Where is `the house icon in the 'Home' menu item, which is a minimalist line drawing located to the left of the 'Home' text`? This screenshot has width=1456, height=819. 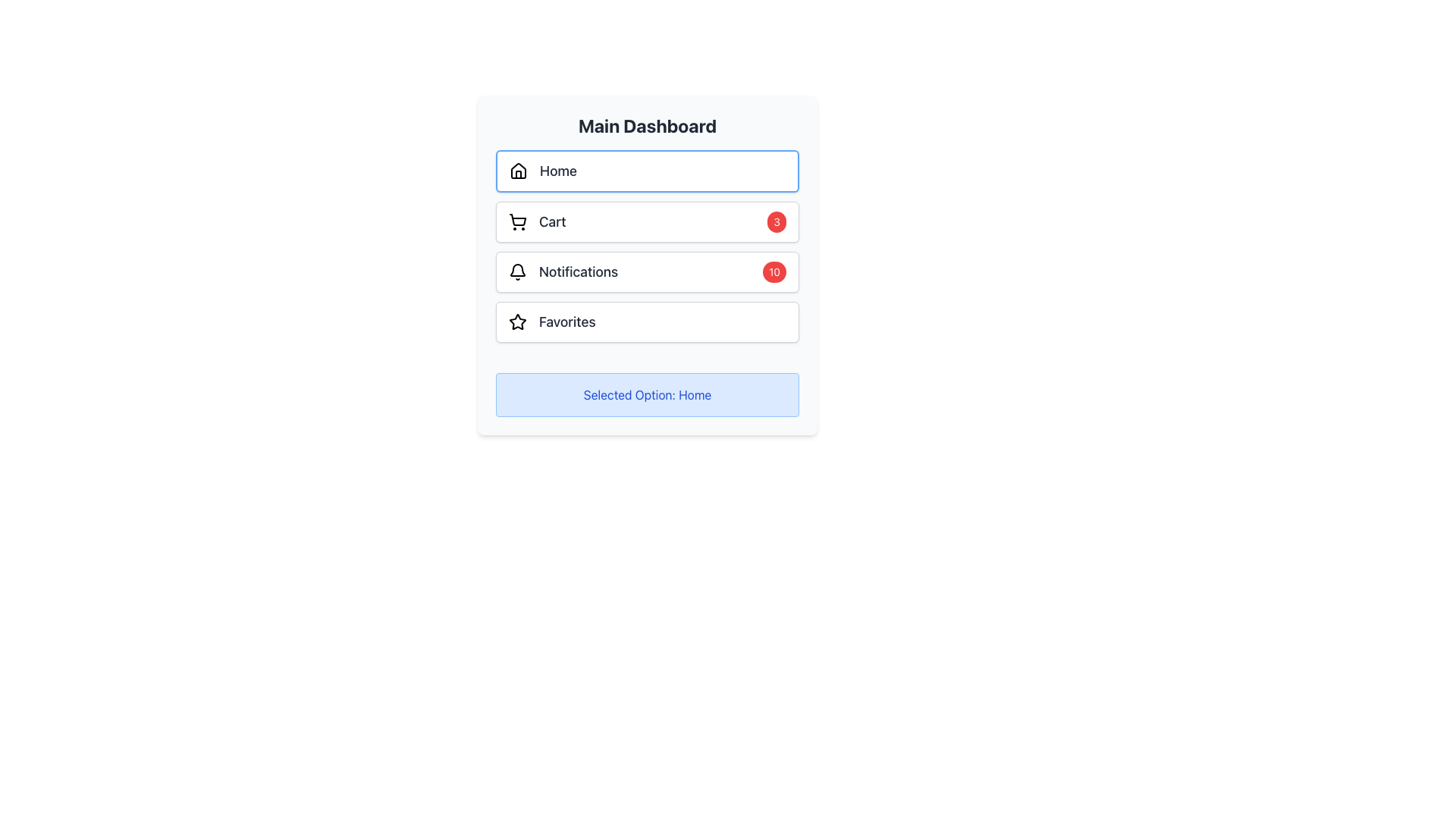
the house icon in the 'Home' menu item, which is a minimalist line drawing located to the left of the 'Home' text is located at coordinates (519, 171).